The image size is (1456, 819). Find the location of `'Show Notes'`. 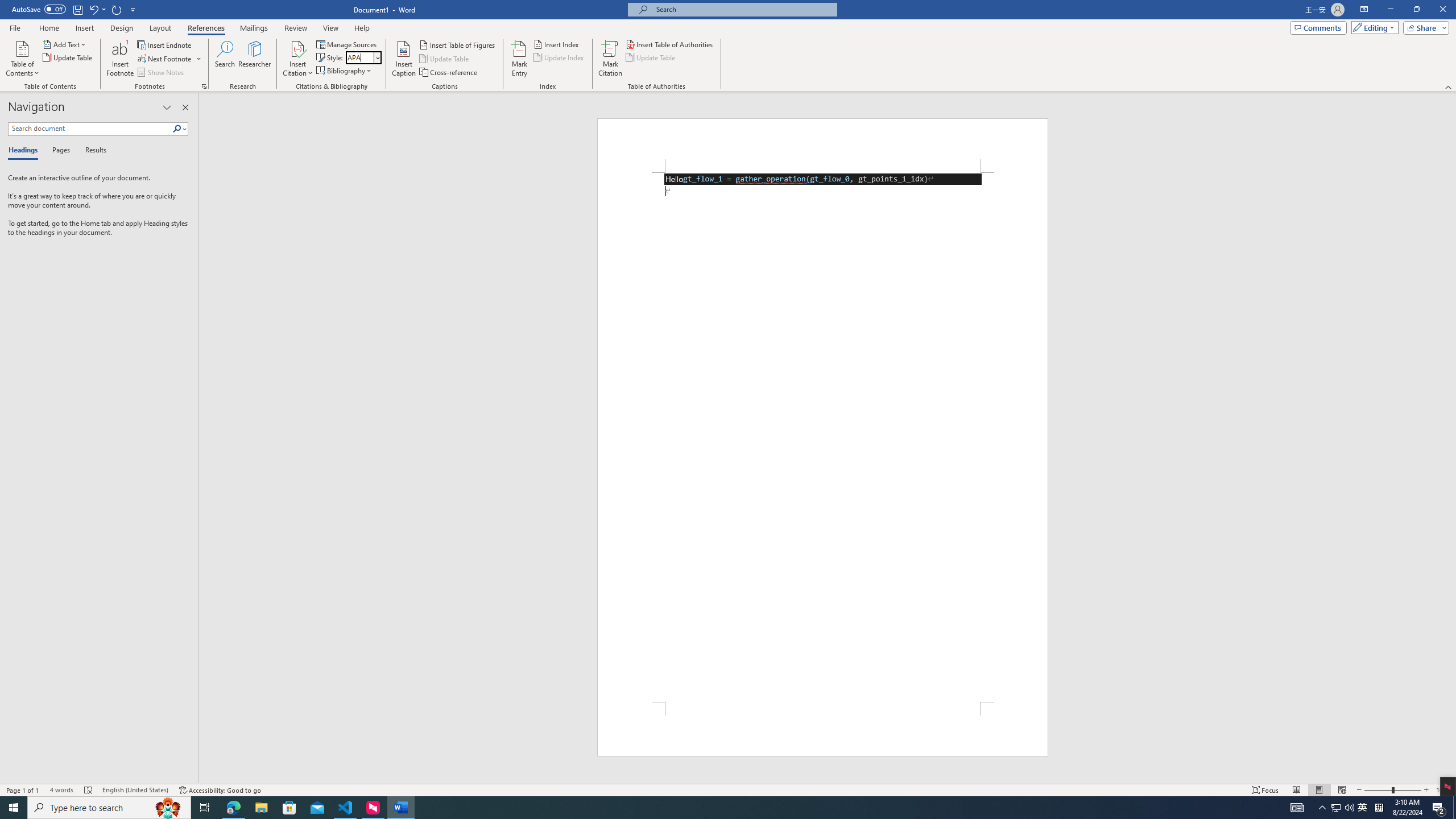

'Show Notes' is located at coordinates (162, 72).